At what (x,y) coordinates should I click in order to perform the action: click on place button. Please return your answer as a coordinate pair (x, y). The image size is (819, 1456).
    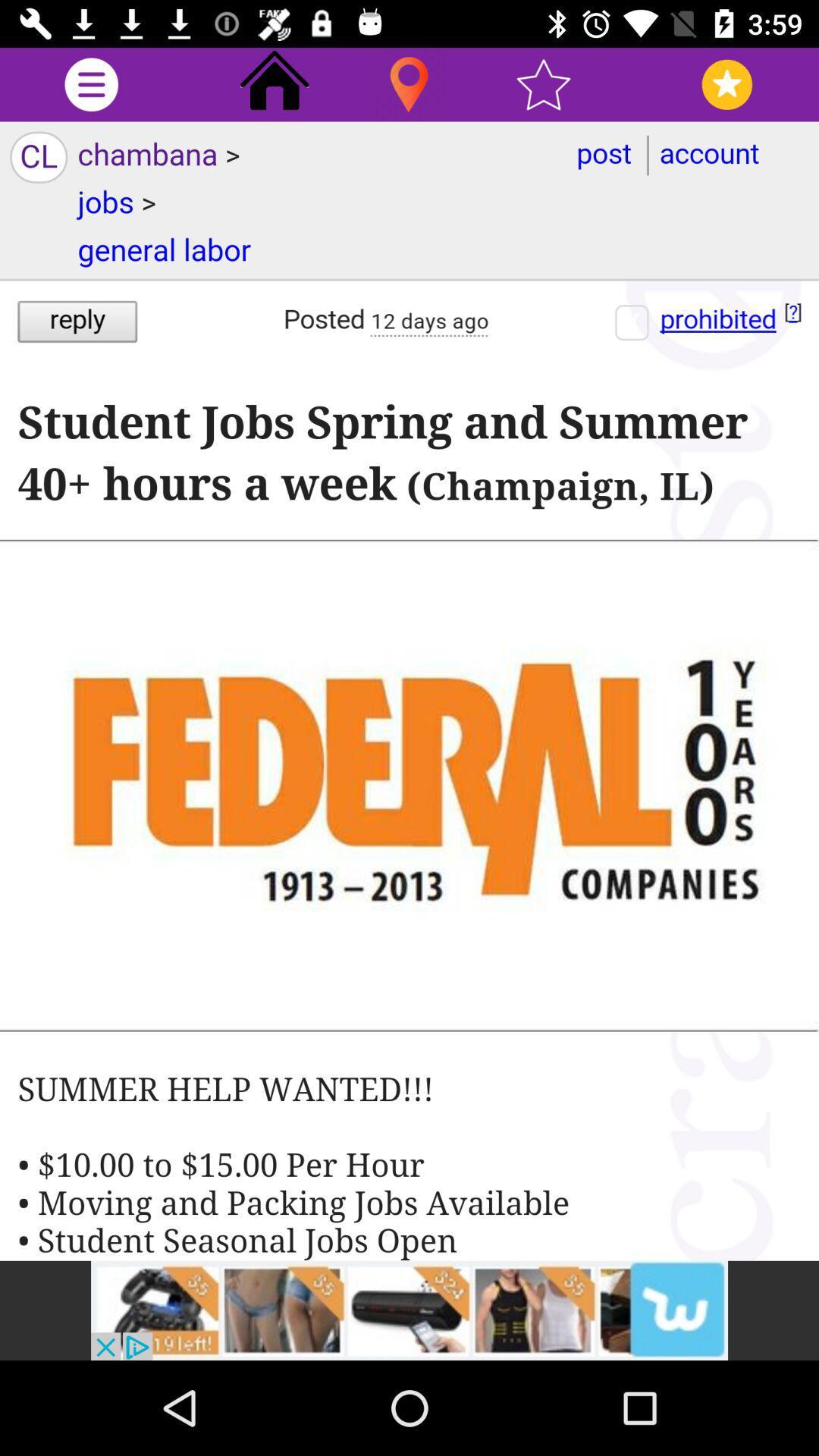
    Looking at the image, I should click on (408, 83).